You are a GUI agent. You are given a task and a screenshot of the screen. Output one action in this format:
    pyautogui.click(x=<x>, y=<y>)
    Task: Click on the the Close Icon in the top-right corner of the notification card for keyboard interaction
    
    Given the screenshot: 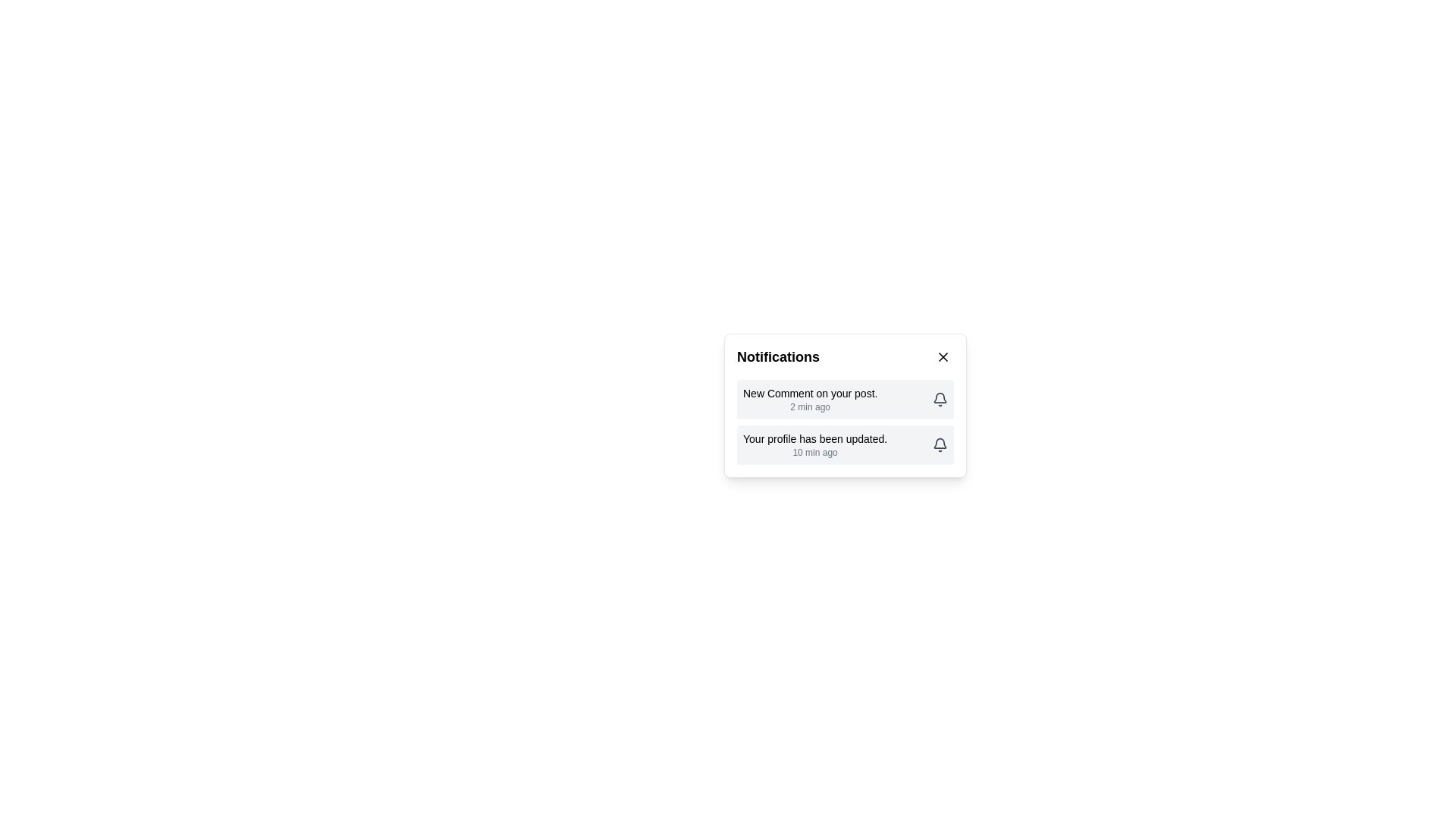 What is the action you would take?
    pyautogui.click(x=942, y=356)
    